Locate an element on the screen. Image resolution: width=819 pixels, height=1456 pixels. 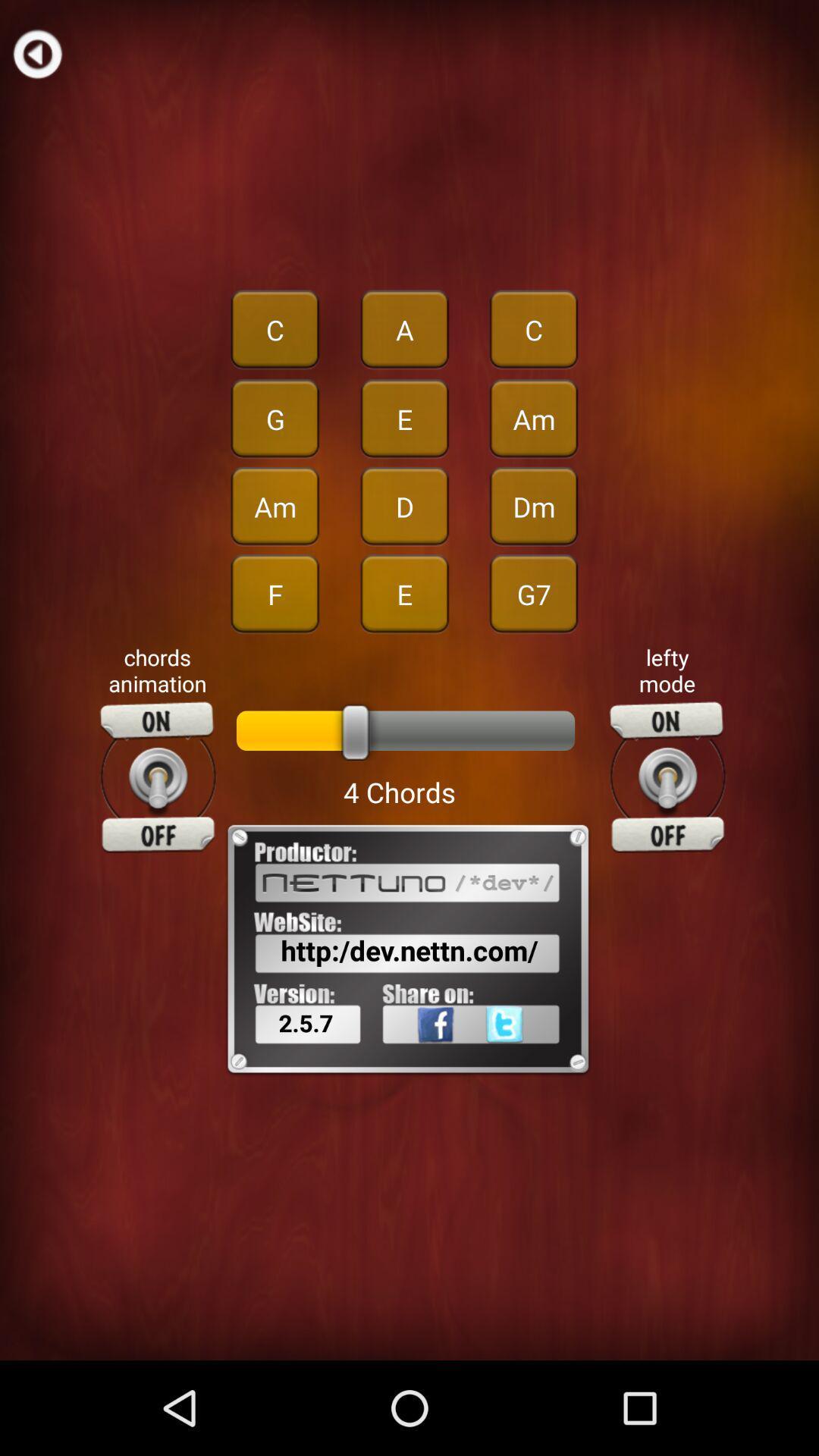
app next to 2.5.7 is located at coordinates (416, 1057).